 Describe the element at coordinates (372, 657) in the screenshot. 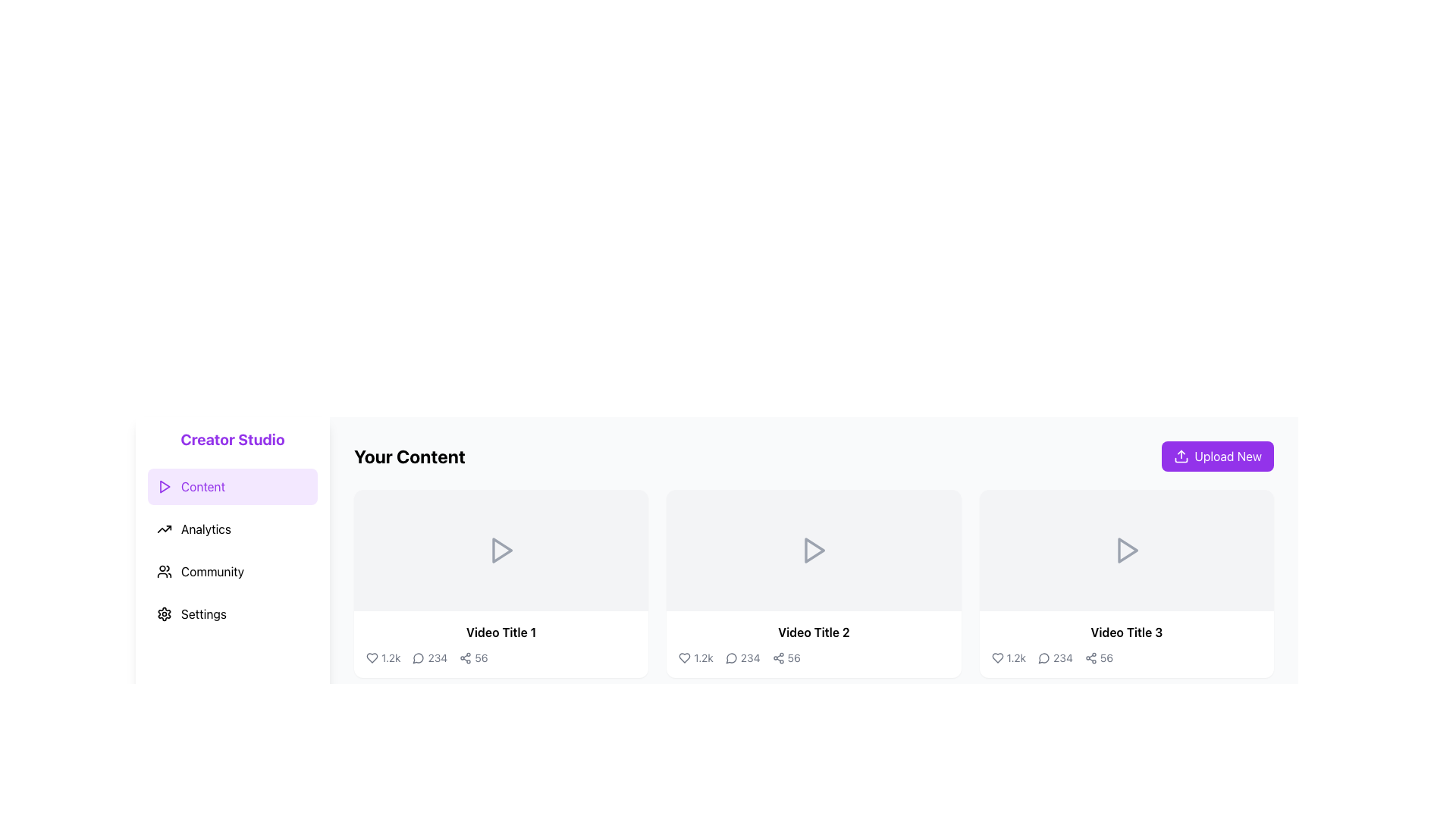

I see `the heart-shaped icon located at the bottom-left region of the video thumbnail card to like the associated content` at that location.